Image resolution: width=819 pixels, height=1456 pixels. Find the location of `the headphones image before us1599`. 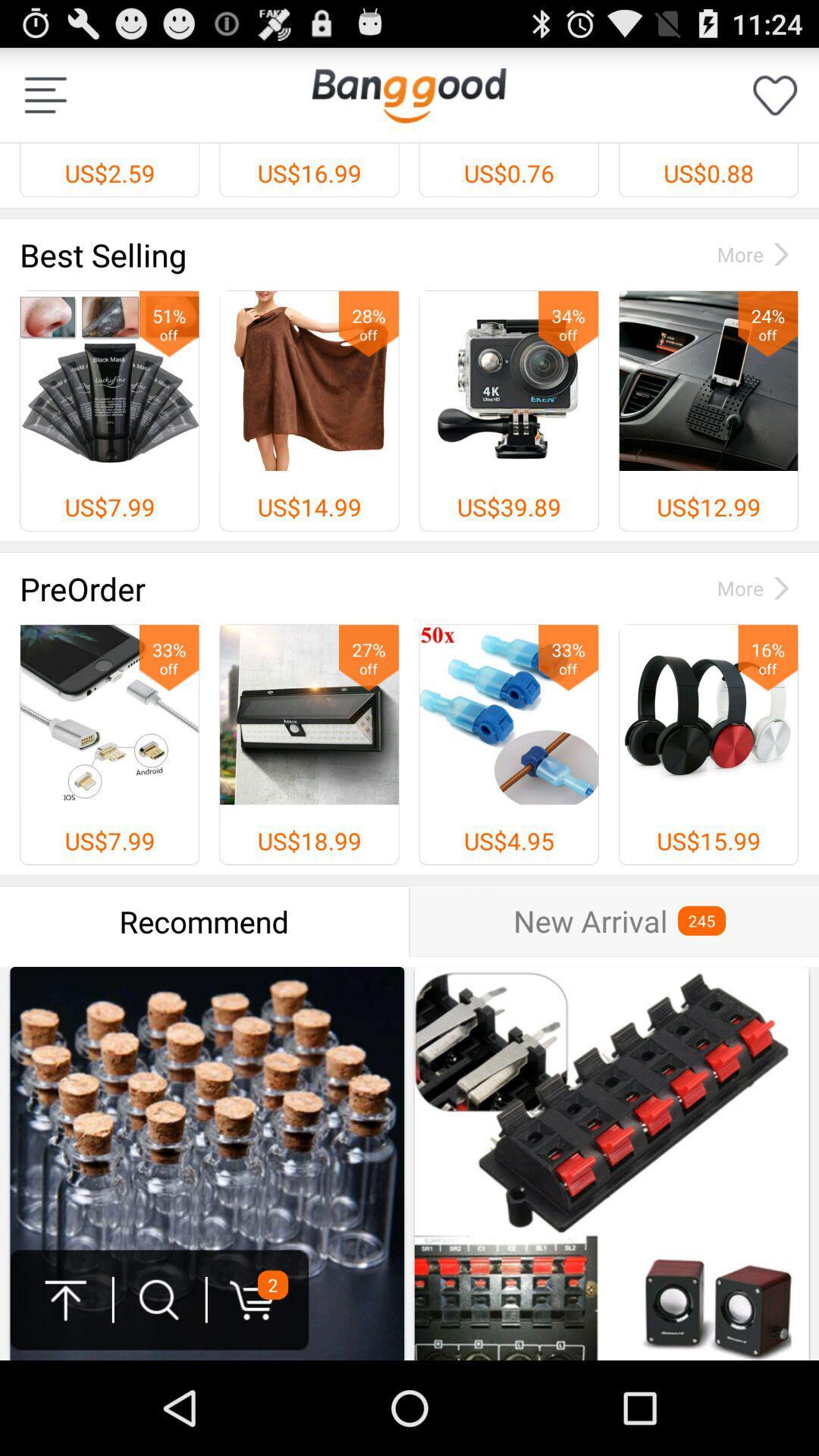

the headphones image before us1599 is located at coordinates (708, 714).